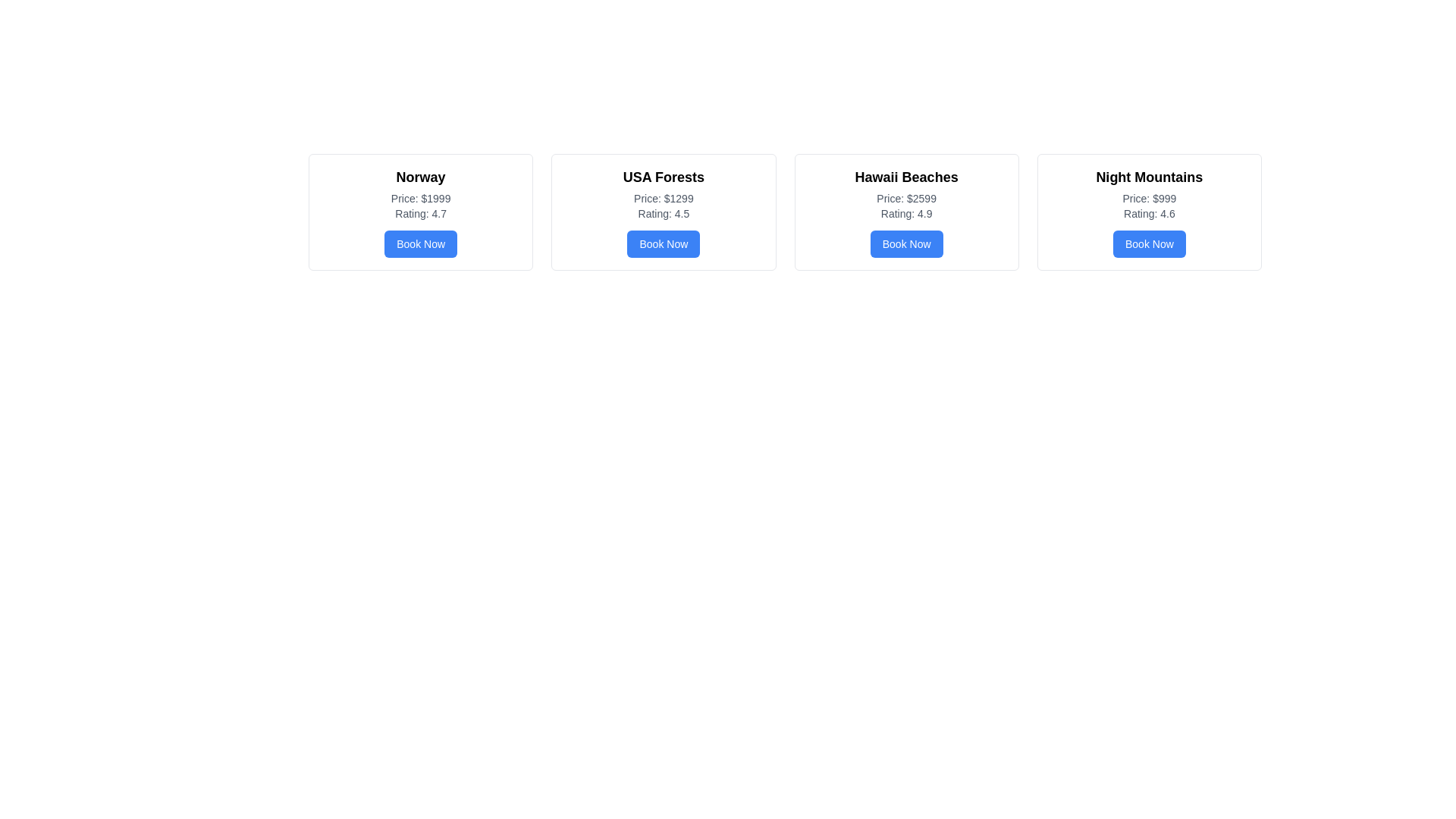  What do you see at coordinates (421, 198) in the screenshot?
I see `the static text label displaying 'Price: $1999' which is located beneath the title 'Norway' and above the rating text 'Rating: 4.7'` at bounding box center [421, 198].